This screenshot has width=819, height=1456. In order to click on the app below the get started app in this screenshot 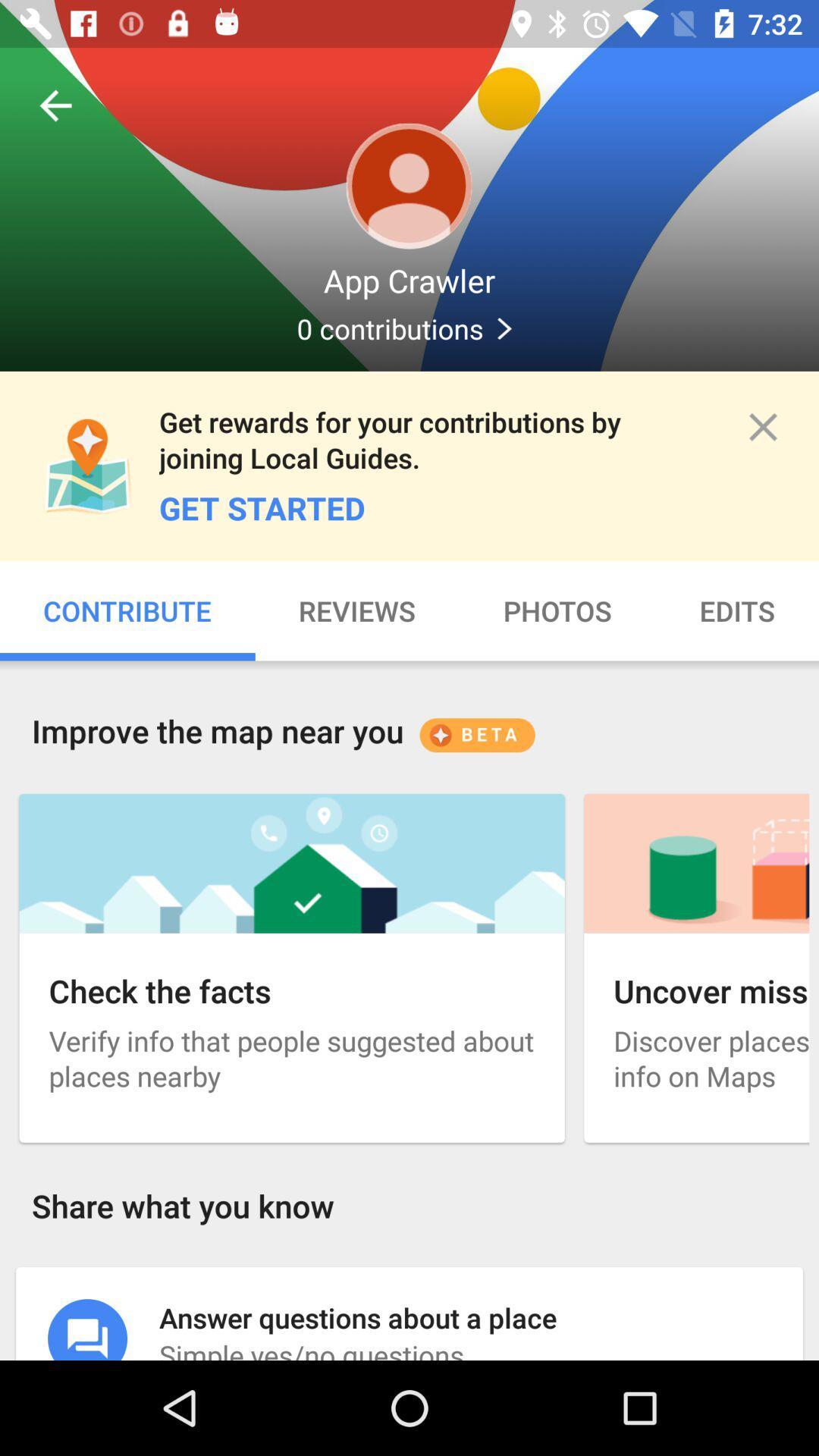, I will do `click(357, 610)`.